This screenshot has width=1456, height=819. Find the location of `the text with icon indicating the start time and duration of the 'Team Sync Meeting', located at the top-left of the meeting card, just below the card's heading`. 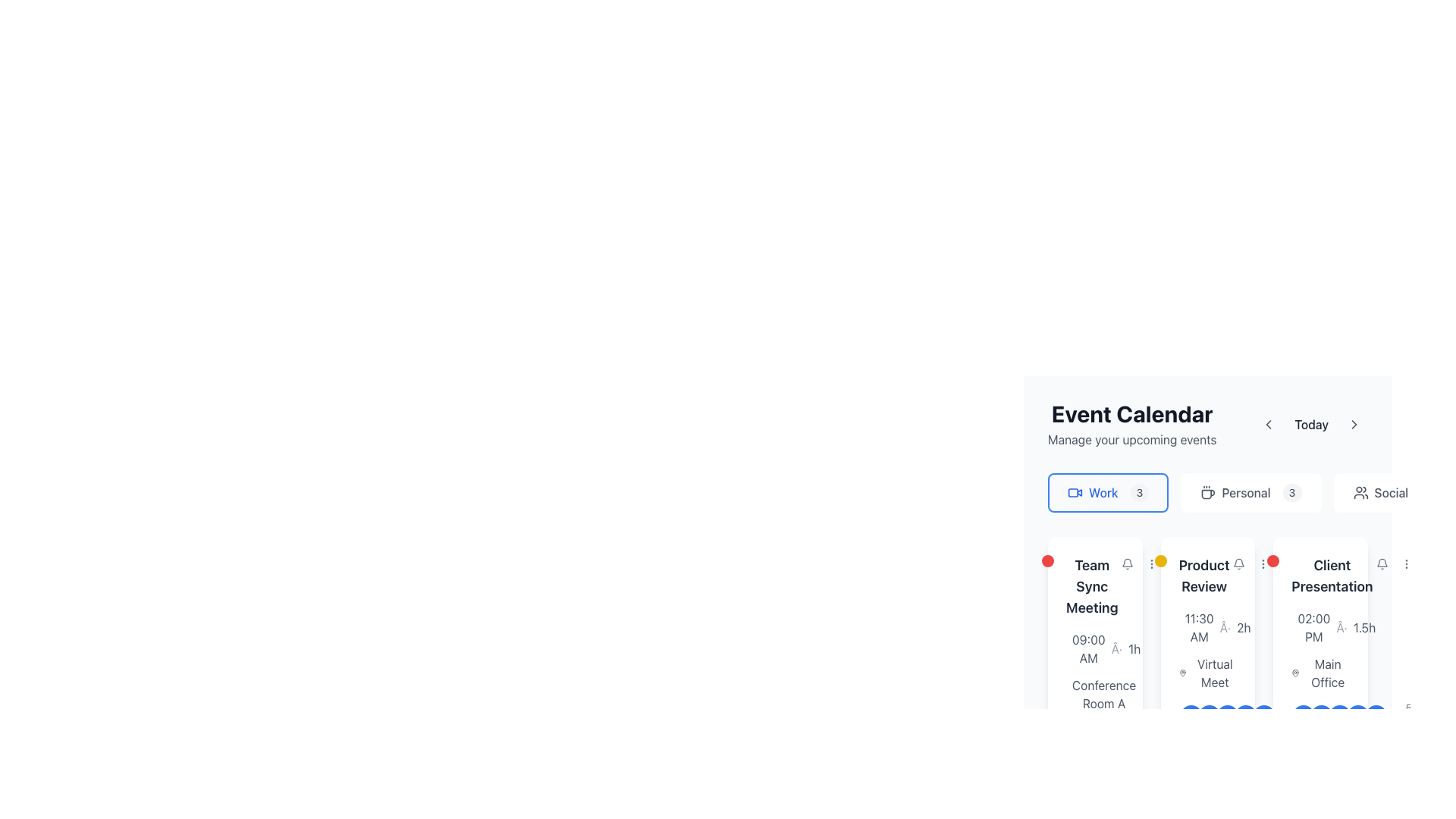

the text with icon indicating the start time and duration of the 'Team Sync Meeting', located at the top-left of the meeting card, just below the card's heading is located at coordinates (1095, 648).